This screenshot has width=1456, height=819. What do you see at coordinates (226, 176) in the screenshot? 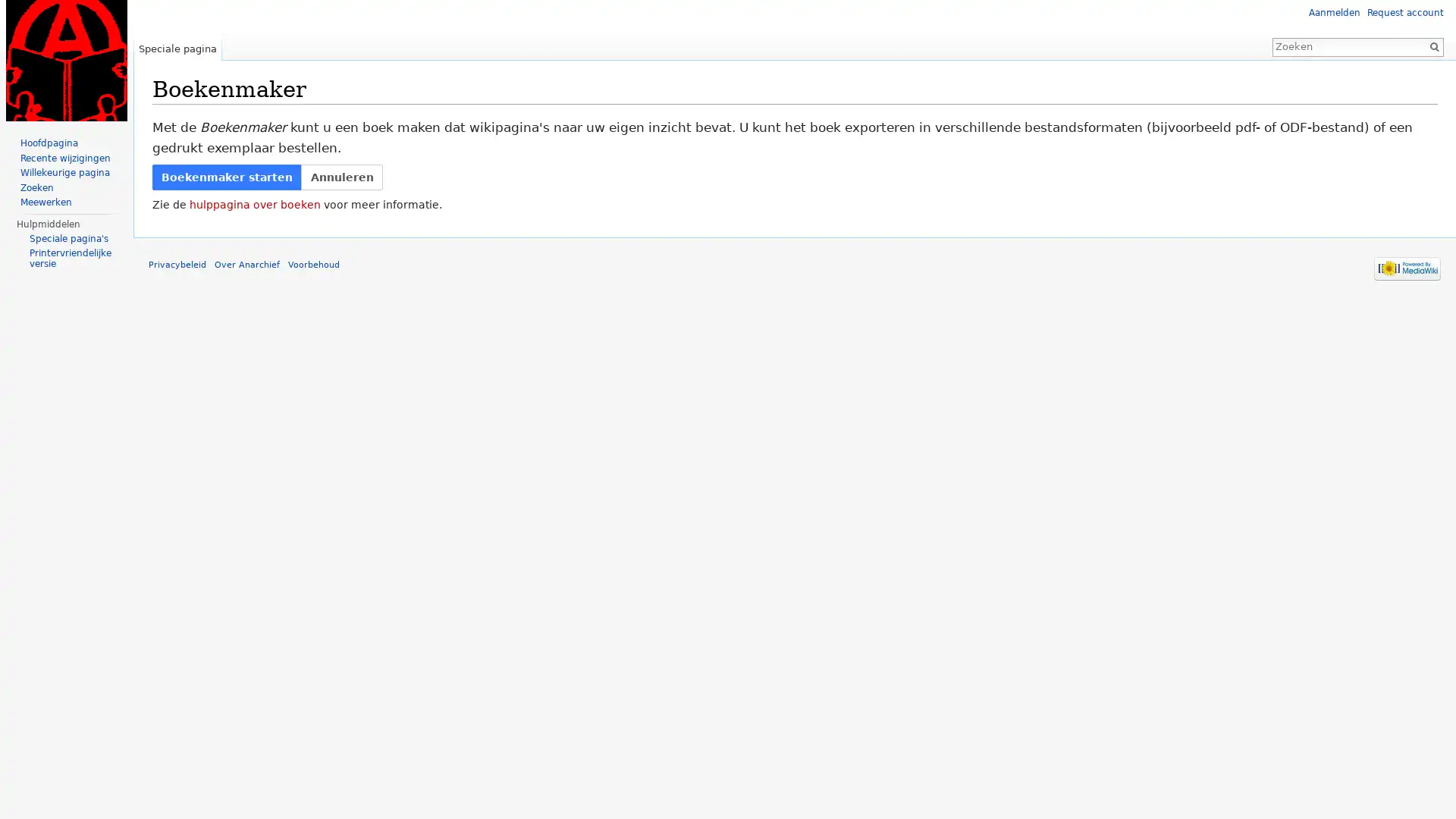
I see `Boekenmaker starten` at bounding box center [226, 176].